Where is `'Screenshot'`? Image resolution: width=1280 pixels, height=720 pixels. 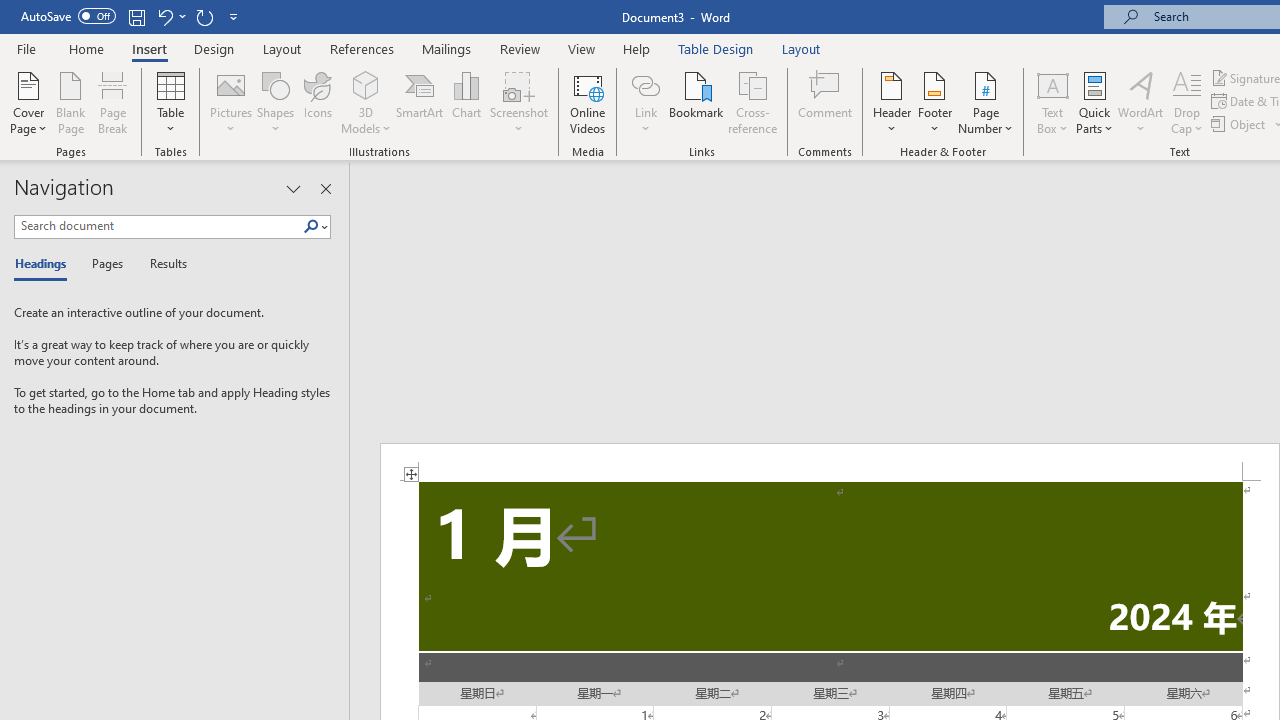 'Screenshot' is located at coordinates (519, 103).